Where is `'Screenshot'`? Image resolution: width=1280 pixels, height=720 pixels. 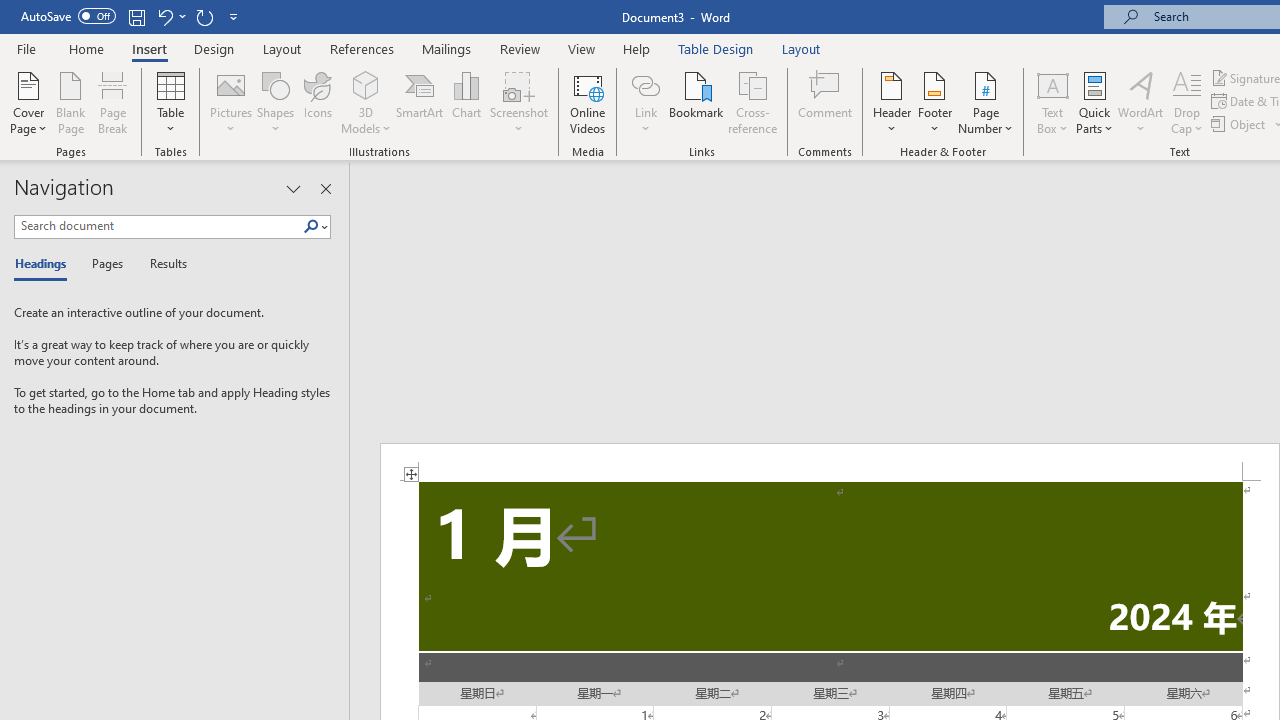 'Screenshot' is located at coordinates (519, 103).